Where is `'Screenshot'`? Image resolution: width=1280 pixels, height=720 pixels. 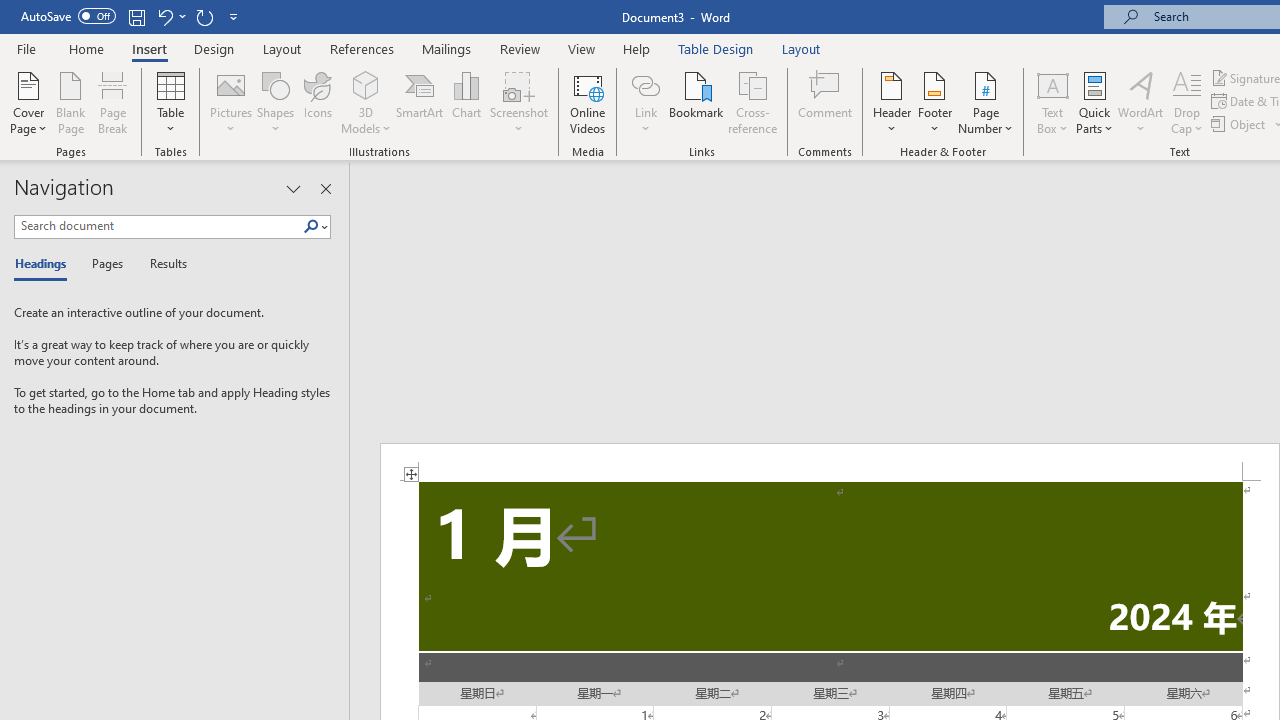 'Screenshot' is located at coordinates (519, 103).